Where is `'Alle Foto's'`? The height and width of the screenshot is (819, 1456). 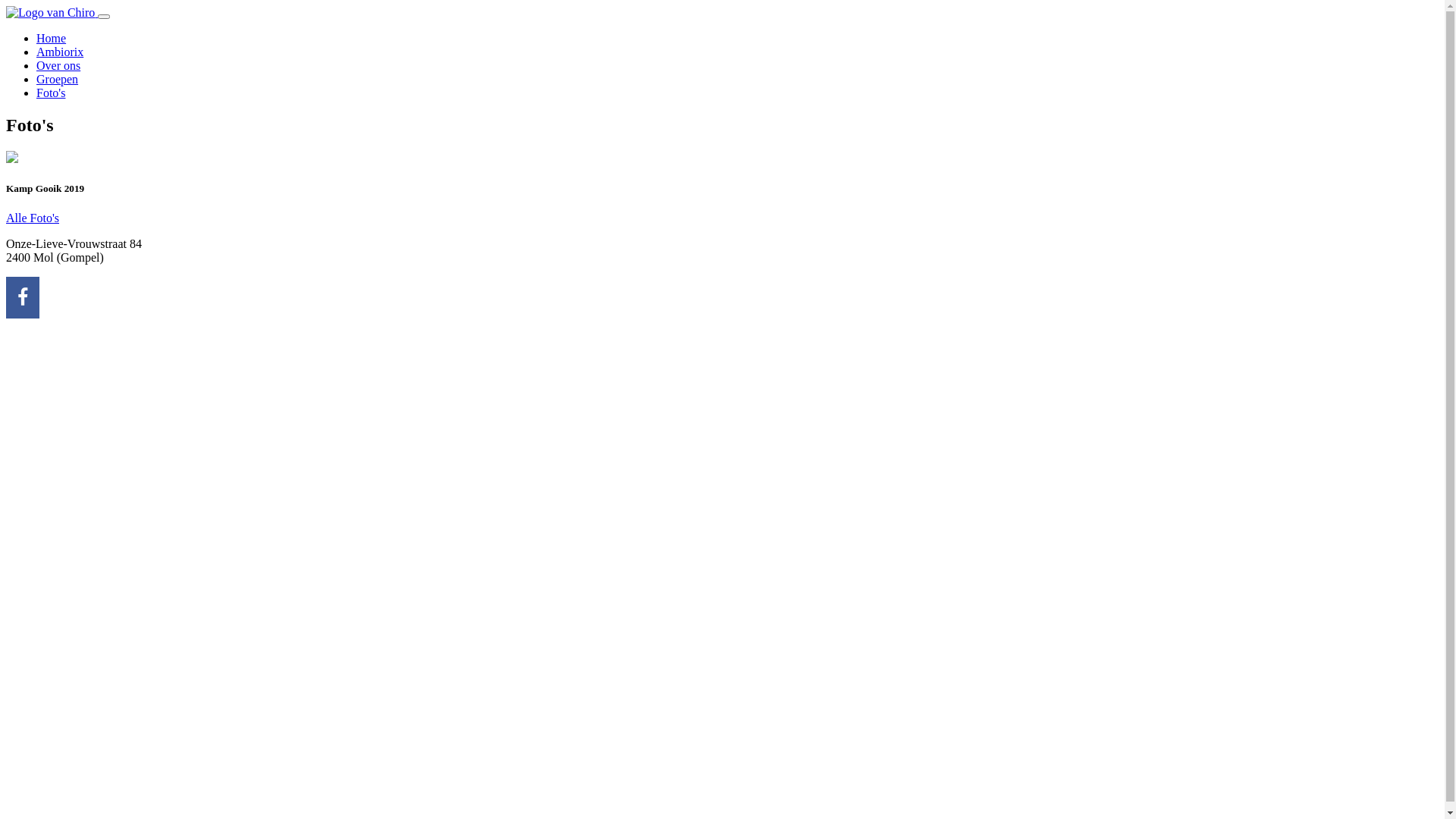 'Alle Foto's' is located at coordinates (33, 218).